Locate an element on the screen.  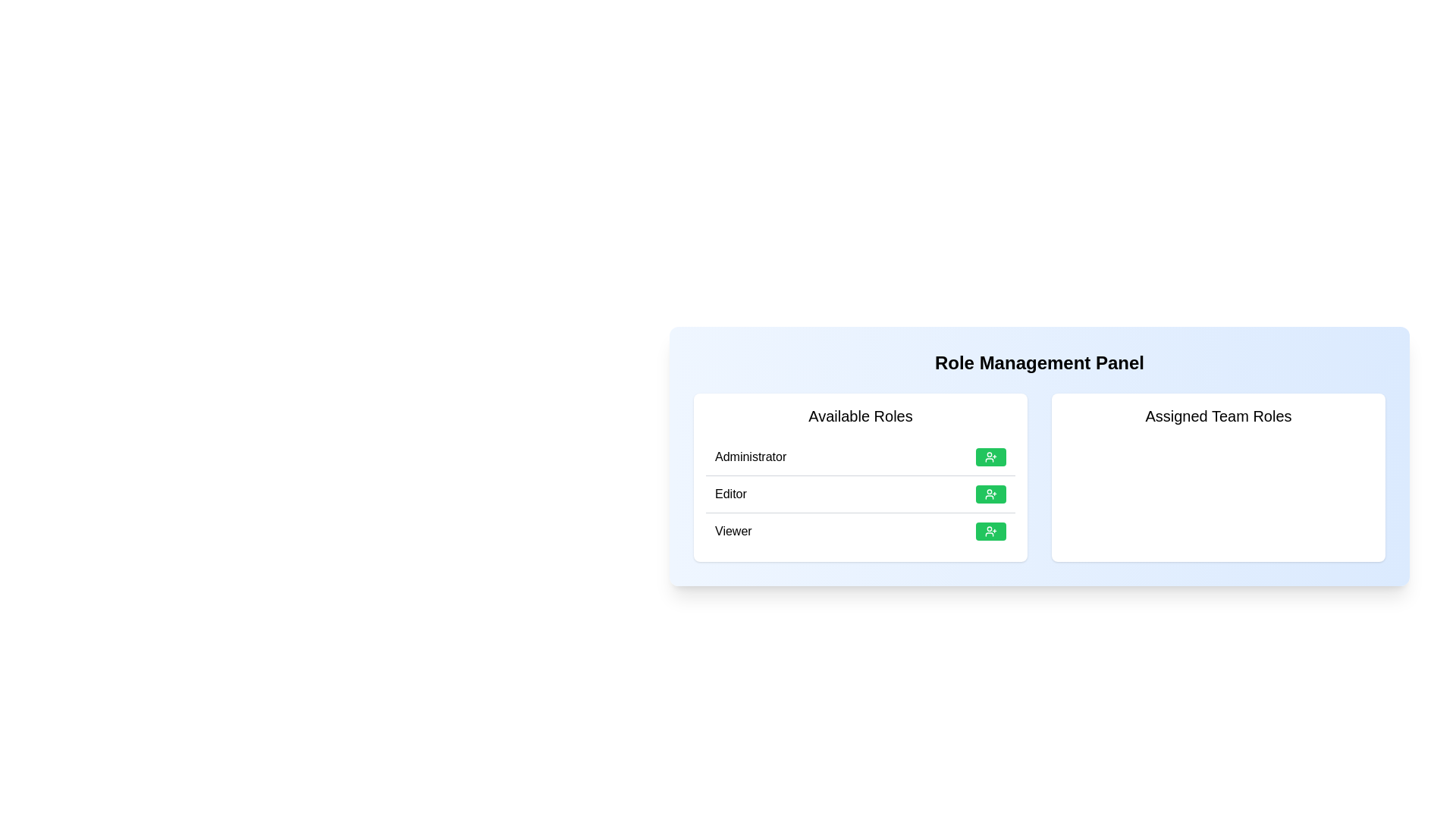
the text 'Administrator' in the 'Available Roles' section is located at coordinates (714, 447).